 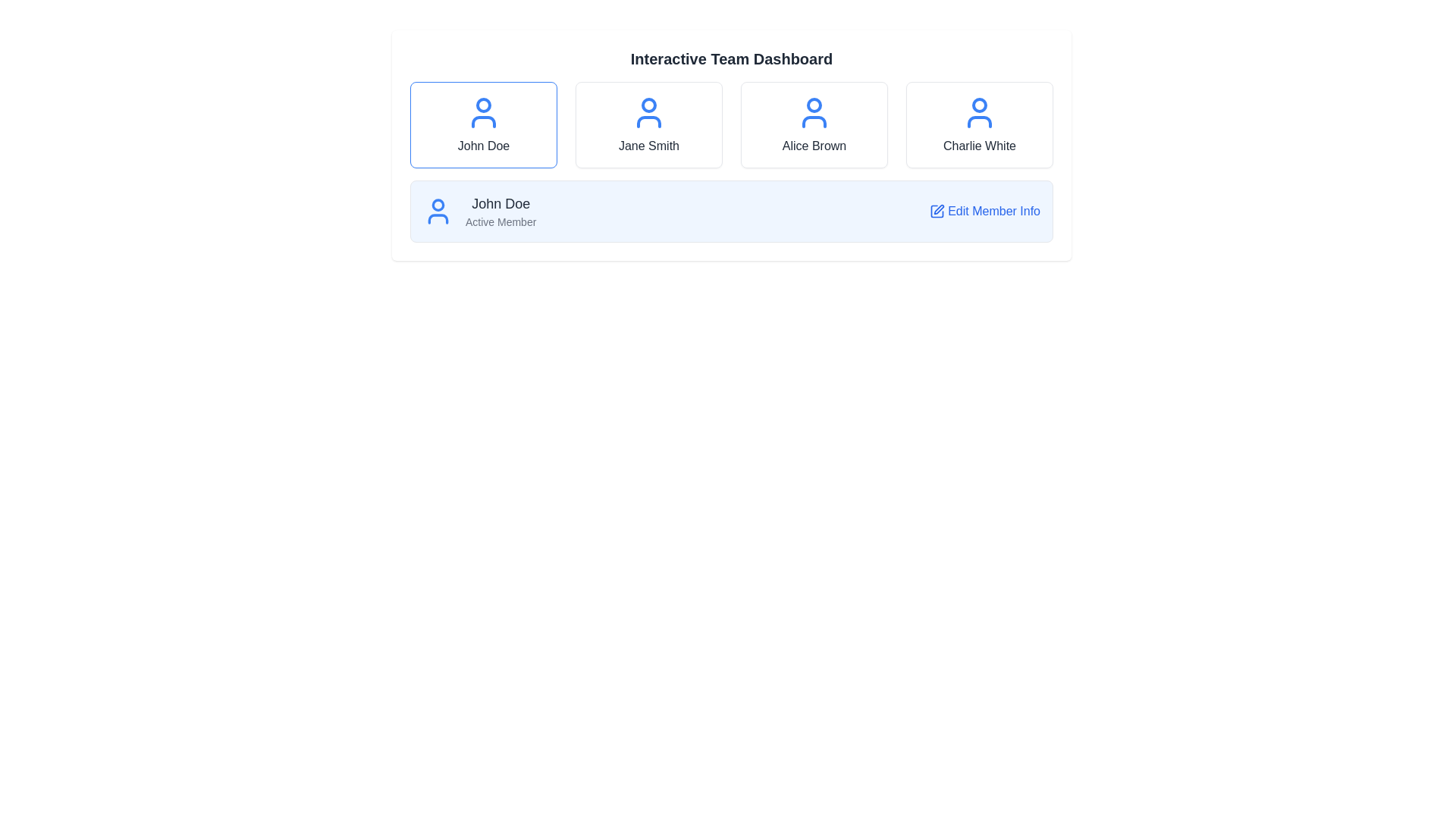 What do you see at coordinates (437, 205) in the screenshot?
I see `the circular head graphic element of the user profile icon located in the upper middle section of the SVG` at bounding box center [437, 205].